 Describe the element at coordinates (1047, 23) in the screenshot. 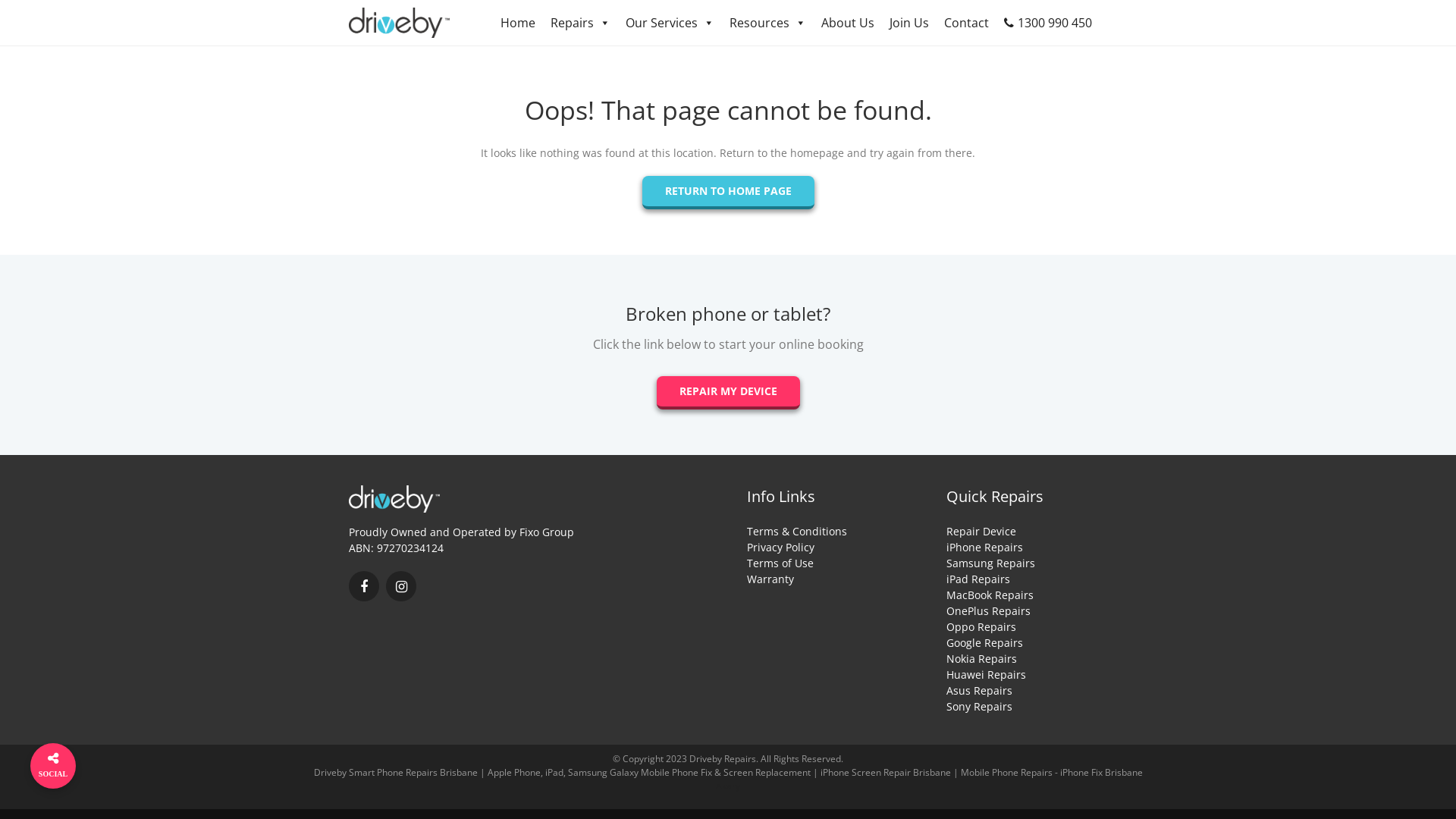

I see `'1300 990 450'` at that location.